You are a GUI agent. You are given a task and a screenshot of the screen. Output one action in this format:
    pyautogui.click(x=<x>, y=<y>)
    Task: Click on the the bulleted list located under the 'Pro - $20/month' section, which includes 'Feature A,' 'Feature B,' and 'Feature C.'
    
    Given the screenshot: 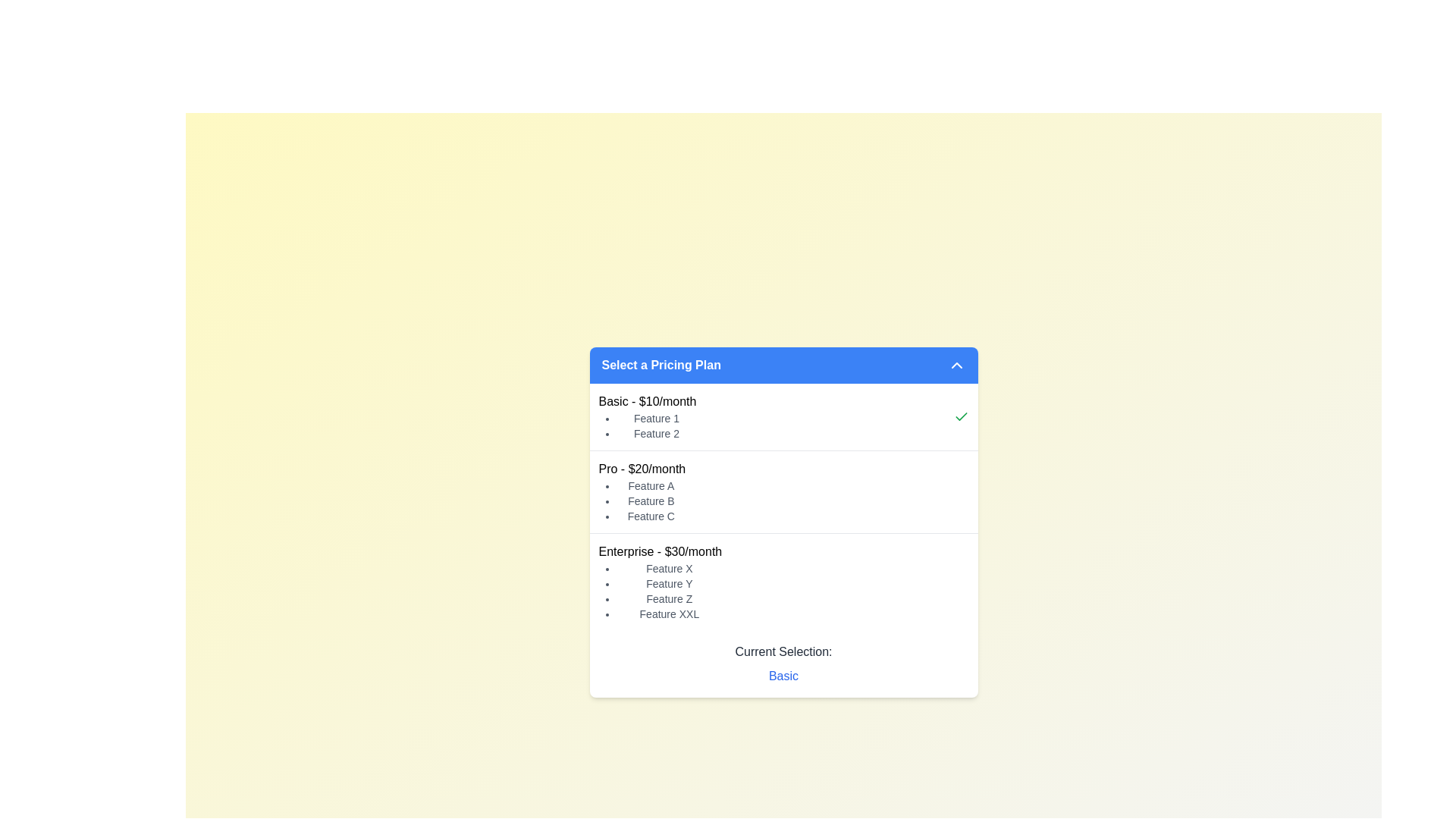 What is the action you would take?
    pyautogui.click(x=642, y=500)
    